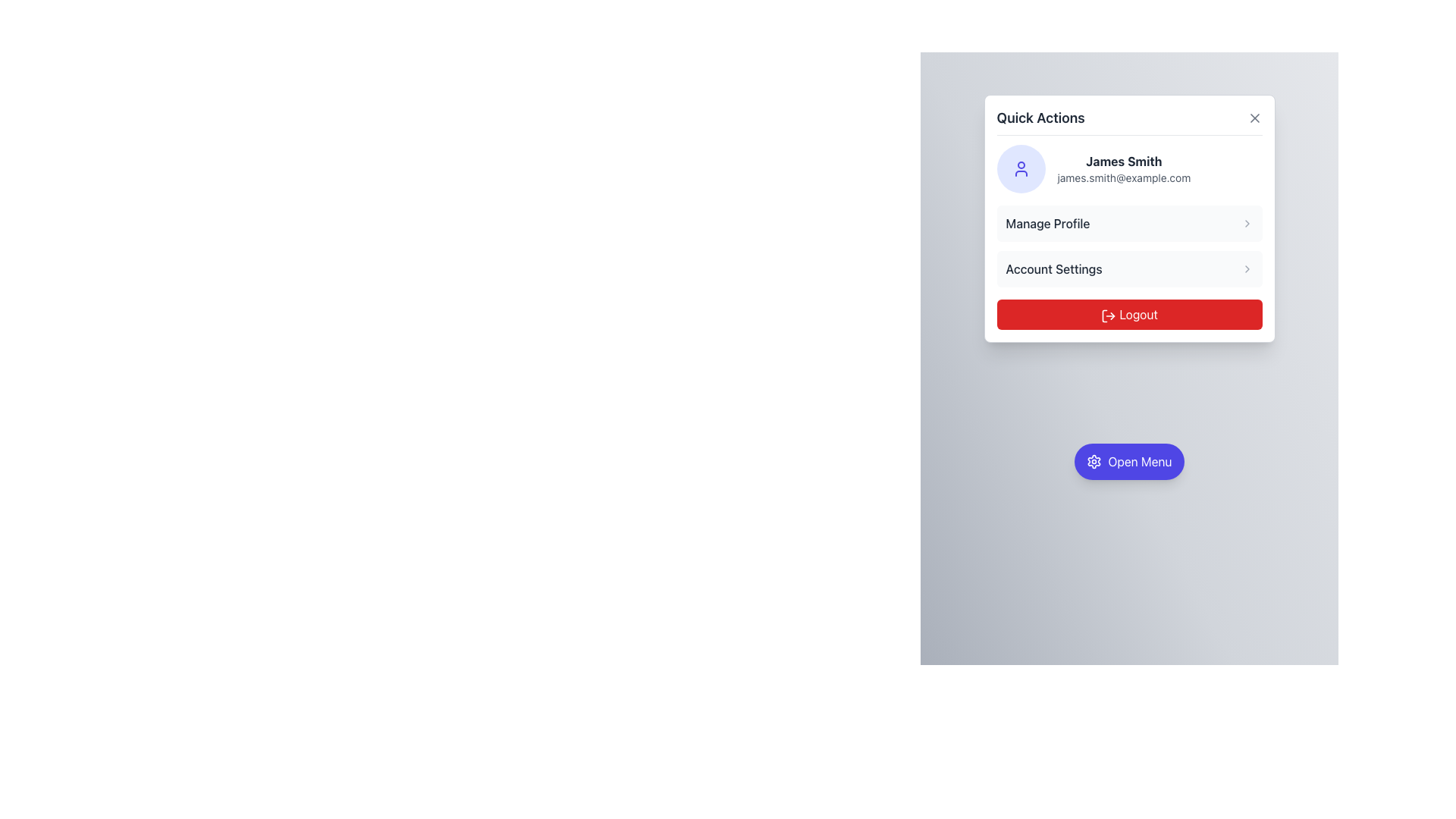  What do you see at coordinates (1021, 169) in the screenshot?
I see `the indigo circular user icon in the 'Quick Actions' panel` at bounding box center [1021, 169].